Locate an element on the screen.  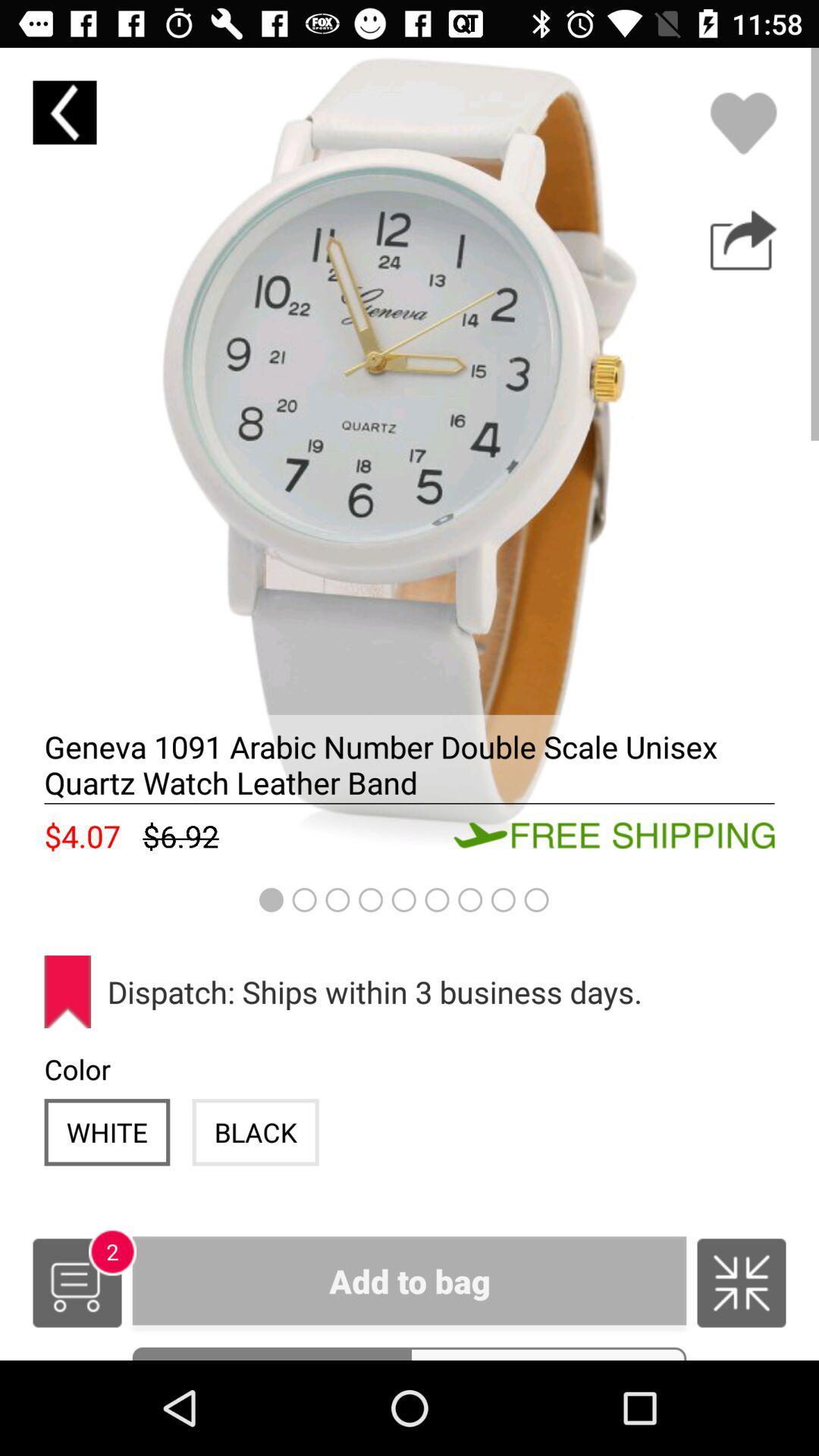
the item below the white item is located at coordinates (77, 1282).